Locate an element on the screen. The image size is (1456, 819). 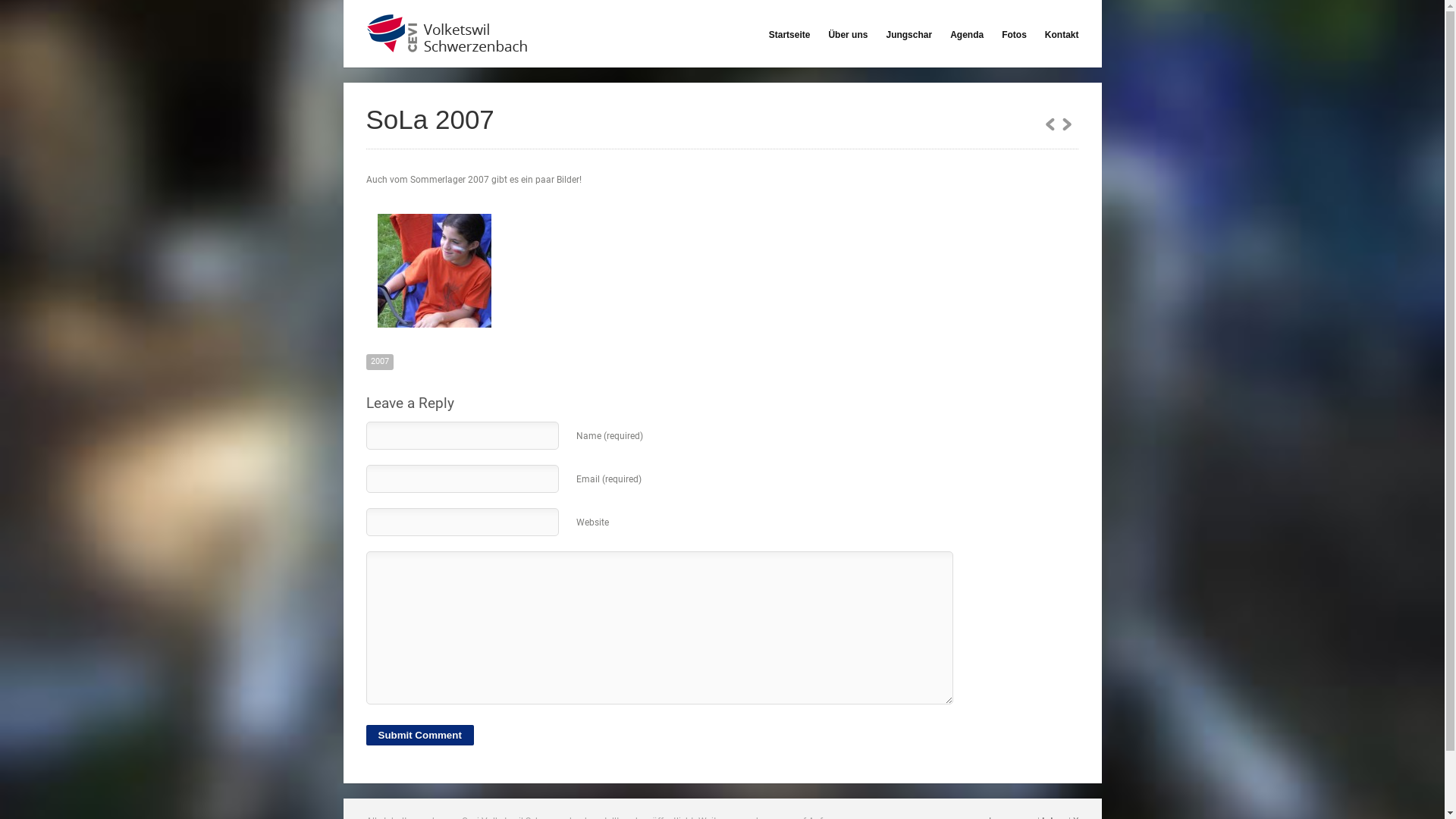
'sola (165)' is located at coordinates (432, 270).